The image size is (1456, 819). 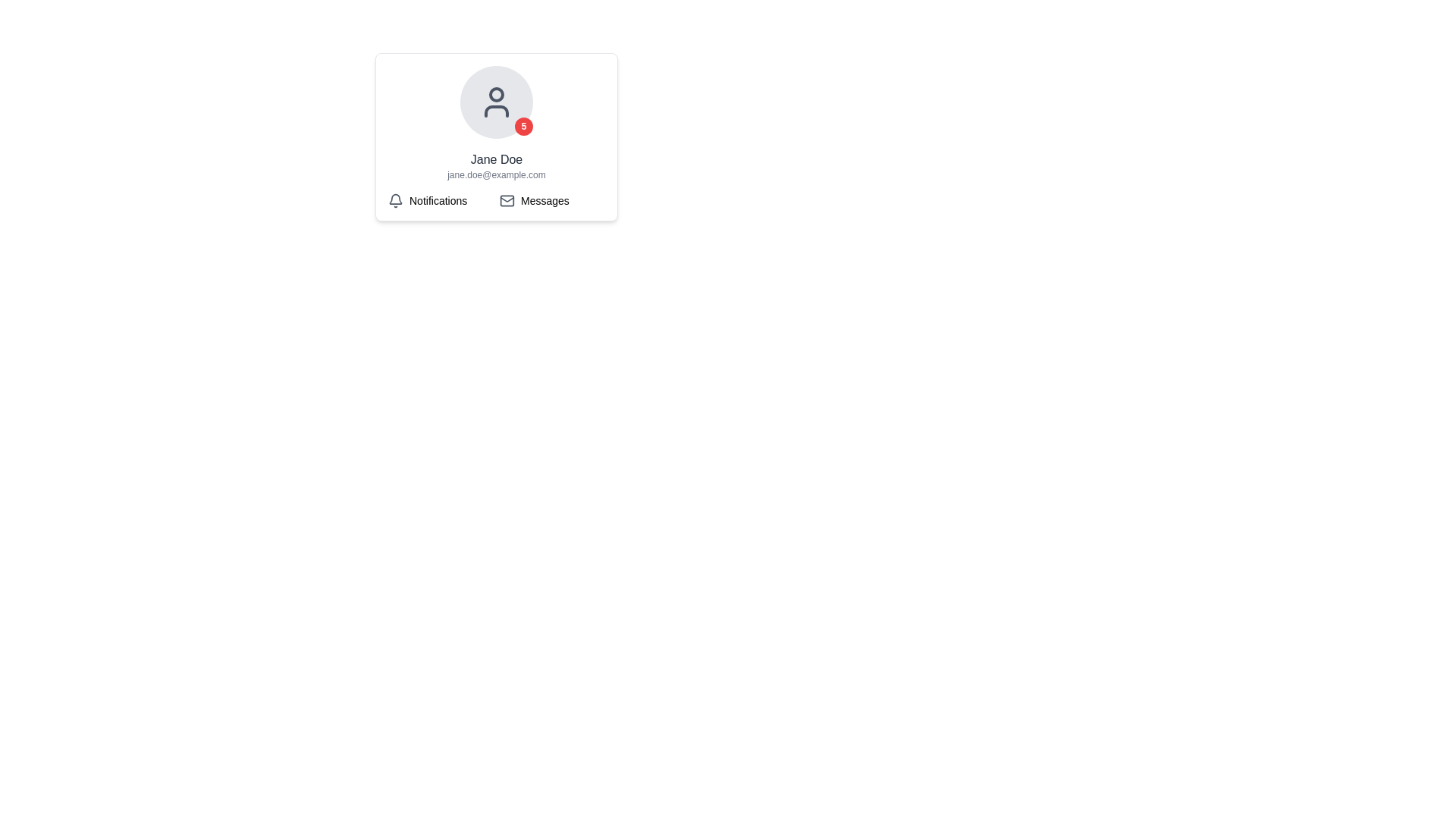 I want to click on the static text block displaying the user's email address, located below the 'Jane Doe' bold text field and above the 'Notifications' and 'Messages' options in the profile section, so click(x=496, y=174).